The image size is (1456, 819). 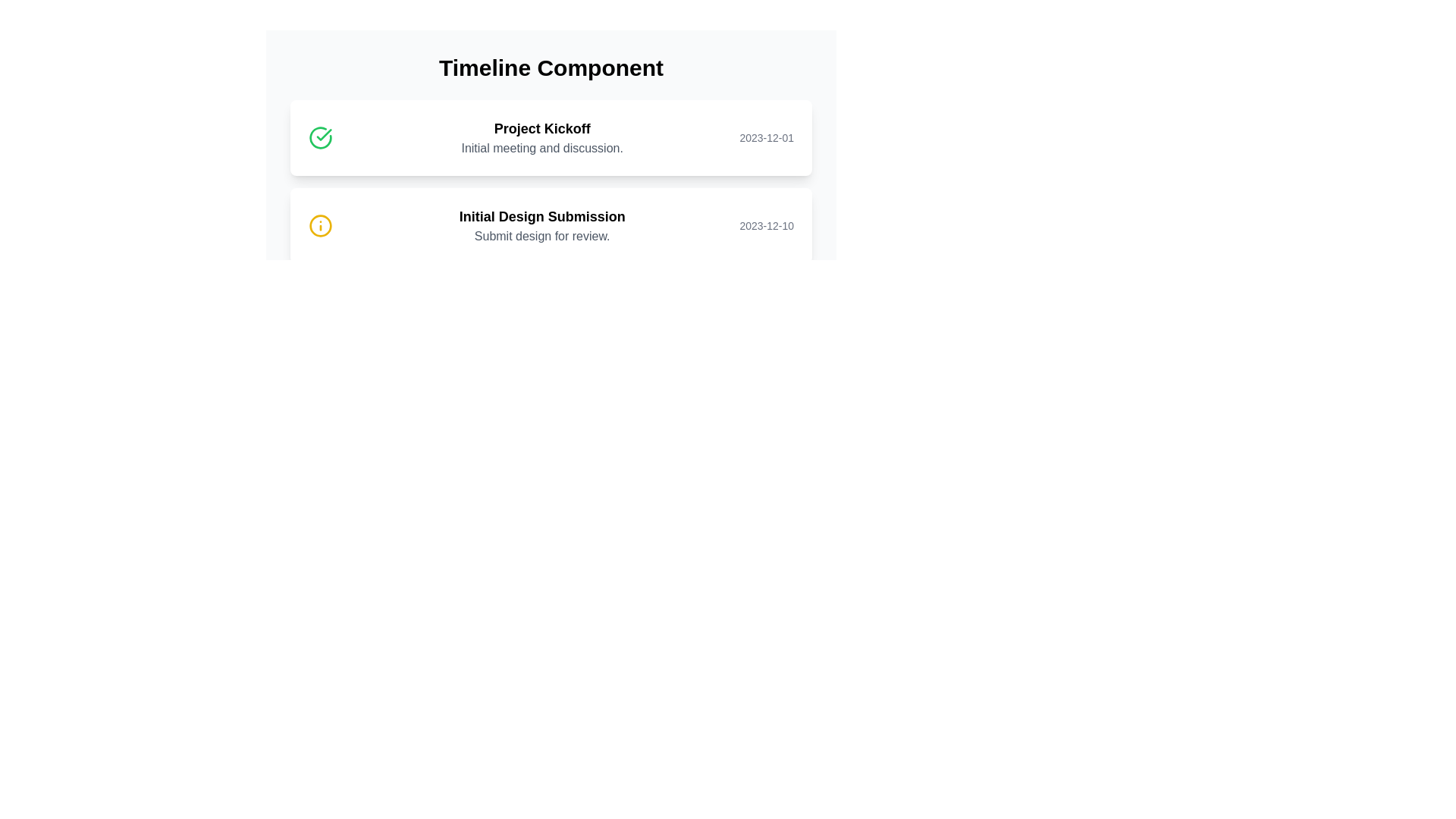 I want to click on the text label displaying 'Submit design for review.' situated below the title 'Initial Design Submission.', so click(x=542, y=237).